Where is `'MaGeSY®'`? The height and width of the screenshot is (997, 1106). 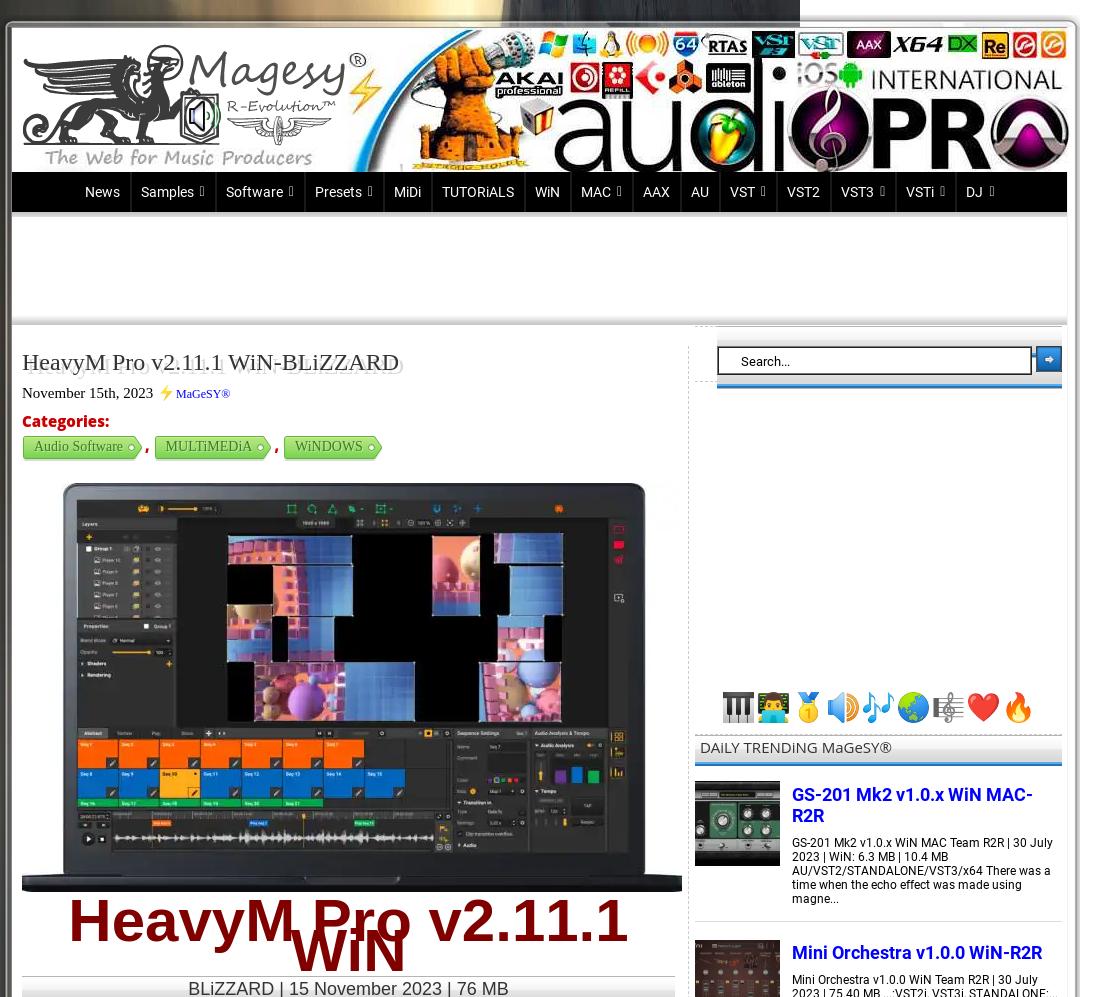 'MaGeSY®' is located at coordinates (174, 394).